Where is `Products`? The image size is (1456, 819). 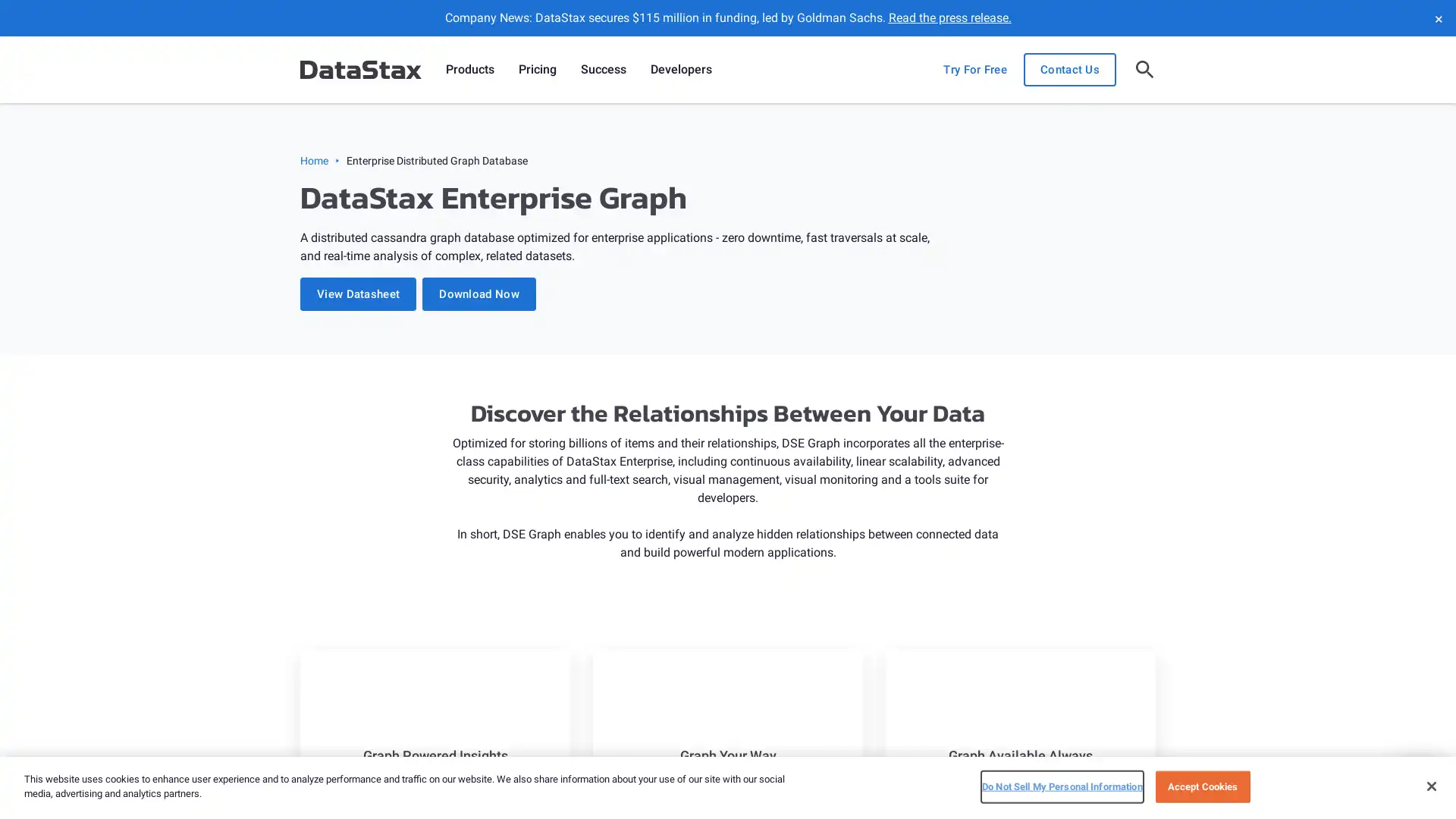 Products is located at coordinates (469, 70).